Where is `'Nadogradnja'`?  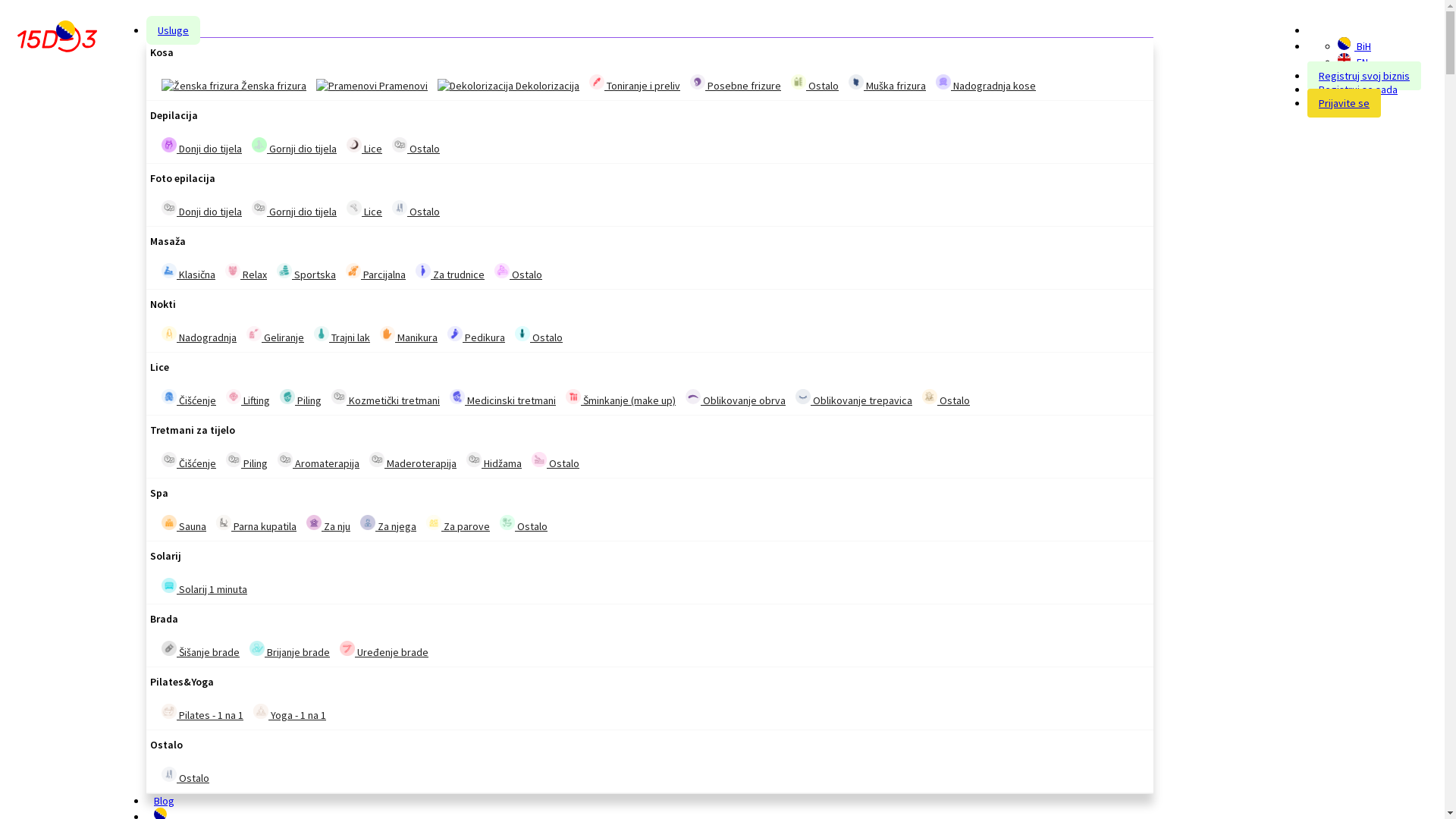 'Nadogradnja' is located at coordinates (198, 334).